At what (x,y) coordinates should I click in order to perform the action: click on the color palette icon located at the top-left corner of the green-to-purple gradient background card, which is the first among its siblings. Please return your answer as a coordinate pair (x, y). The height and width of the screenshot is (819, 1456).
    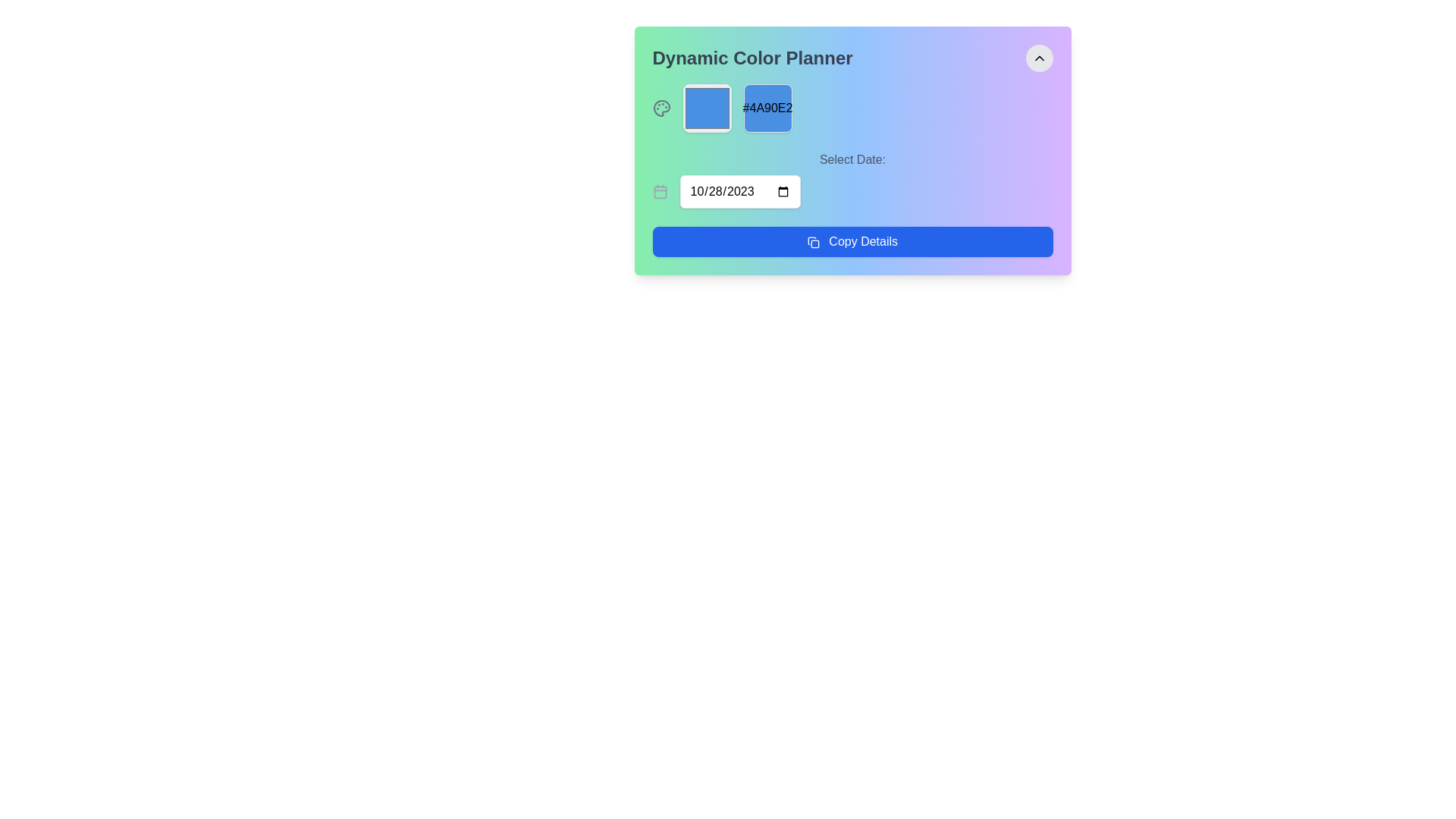
    Looking at the image, I should click on (661, 107).